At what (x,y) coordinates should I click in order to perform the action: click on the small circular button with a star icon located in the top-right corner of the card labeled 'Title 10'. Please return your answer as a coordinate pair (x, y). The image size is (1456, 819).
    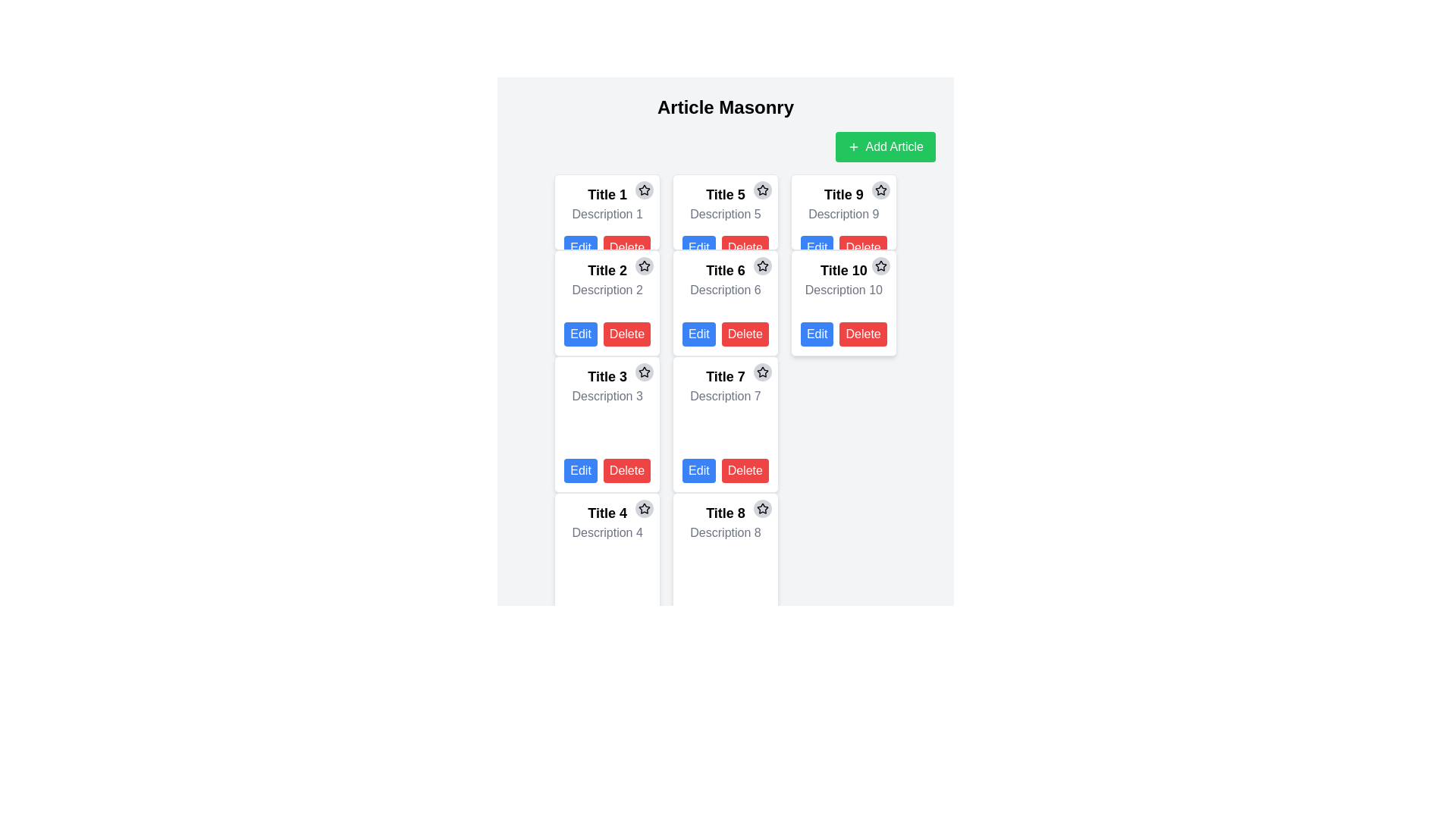
    Looking at the image, I should click on (880, 265).